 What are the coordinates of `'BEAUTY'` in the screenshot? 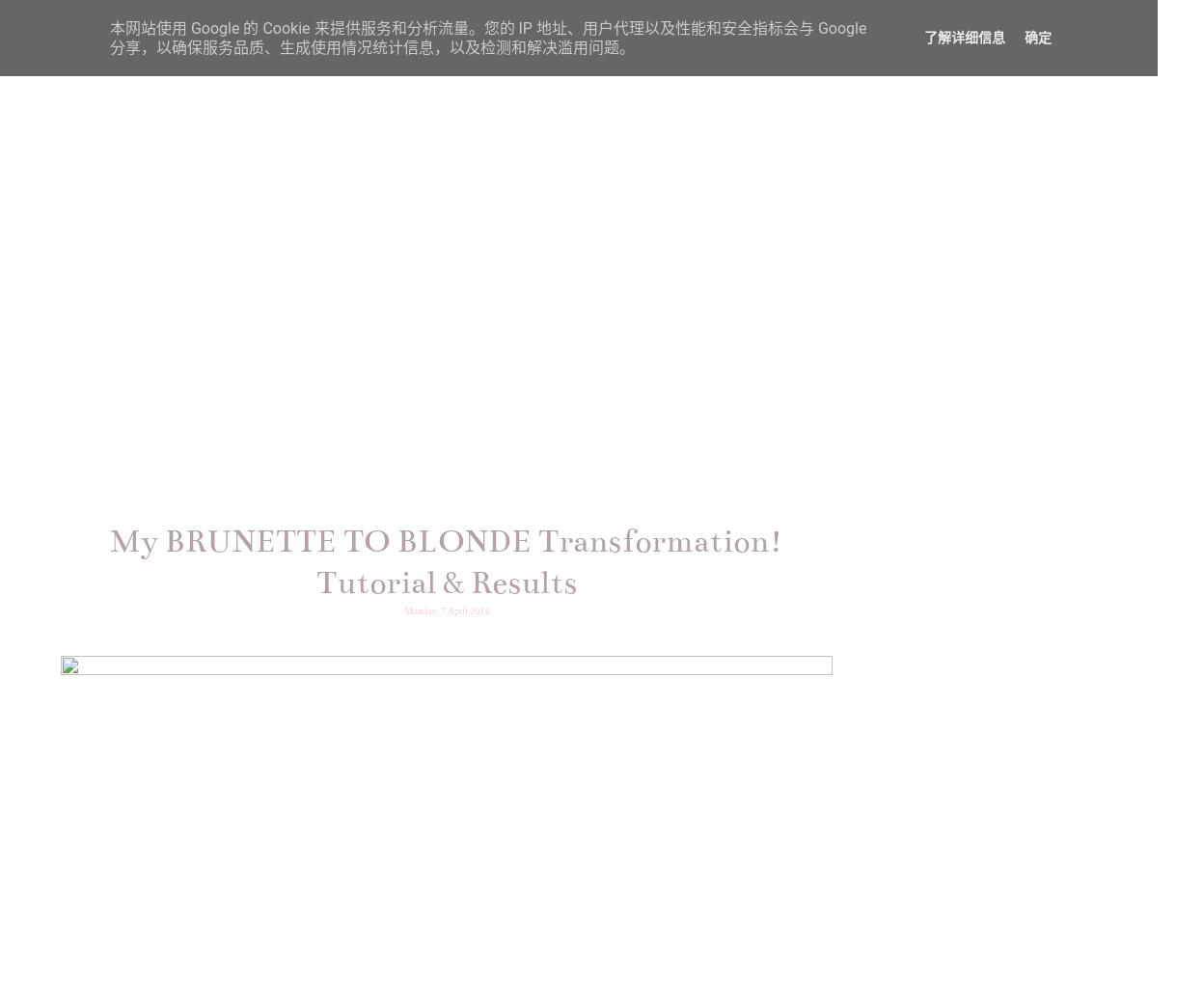 It's located at (750, 68).